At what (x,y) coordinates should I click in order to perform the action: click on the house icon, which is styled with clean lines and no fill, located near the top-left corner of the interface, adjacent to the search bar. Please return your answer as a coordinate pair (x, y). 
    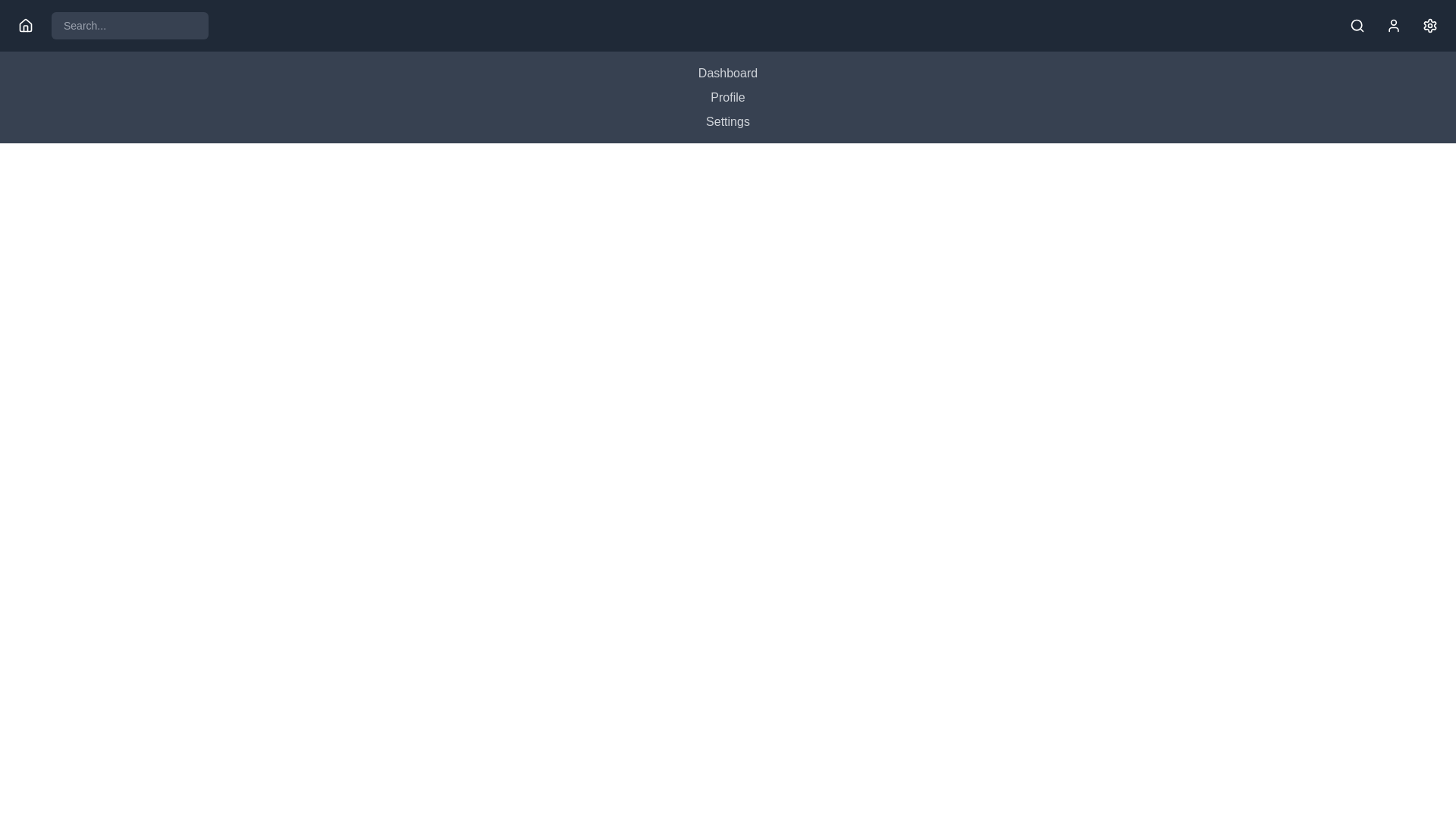
    Looking at the image, I should click on (25, 26).